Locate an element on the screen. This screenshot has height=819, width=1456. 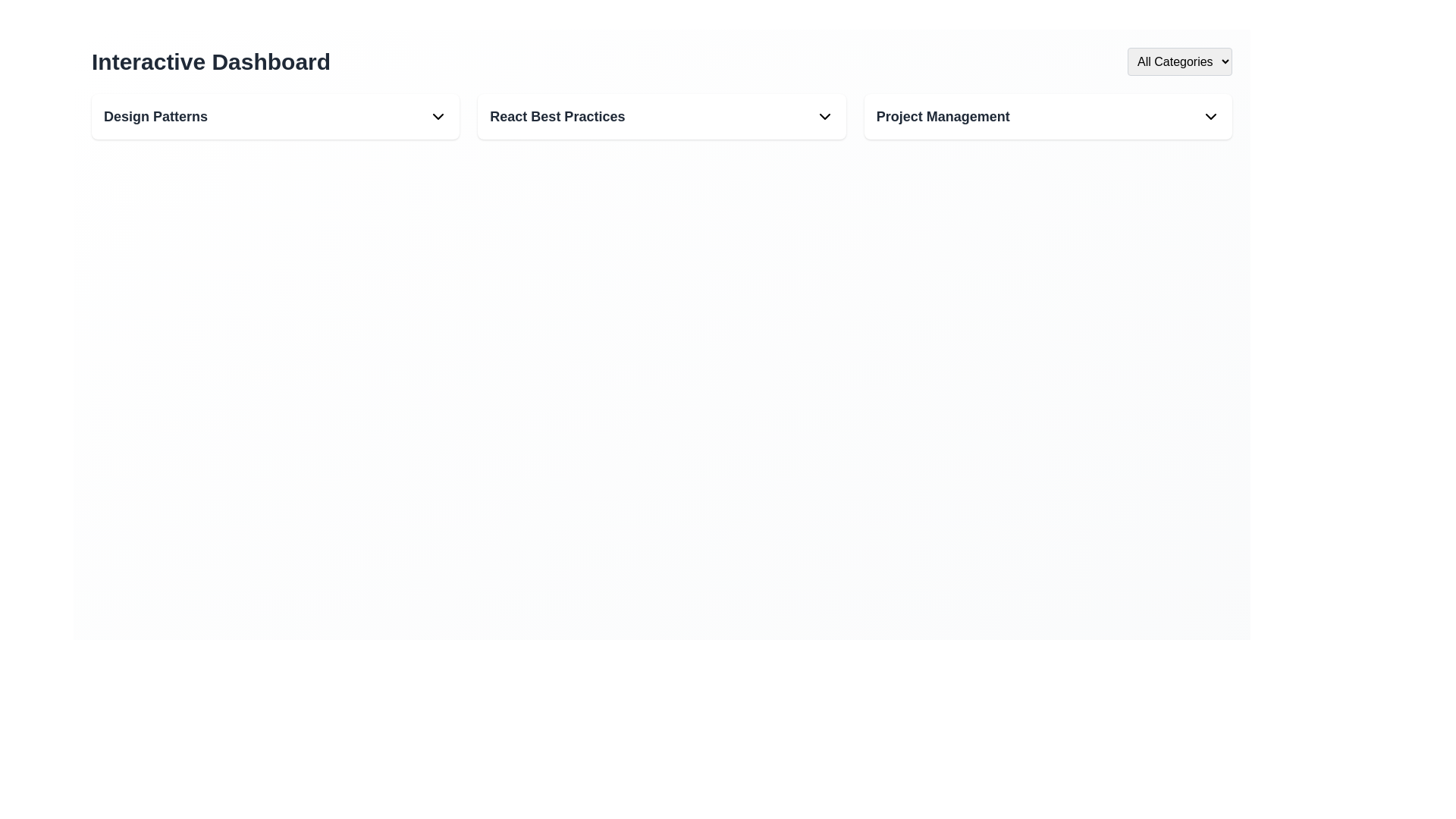
the text label located at the top-center of the interface, positioned between the 'Design Patterns' and 'Project Management' dropdown components is located at coordinates (557, 116).